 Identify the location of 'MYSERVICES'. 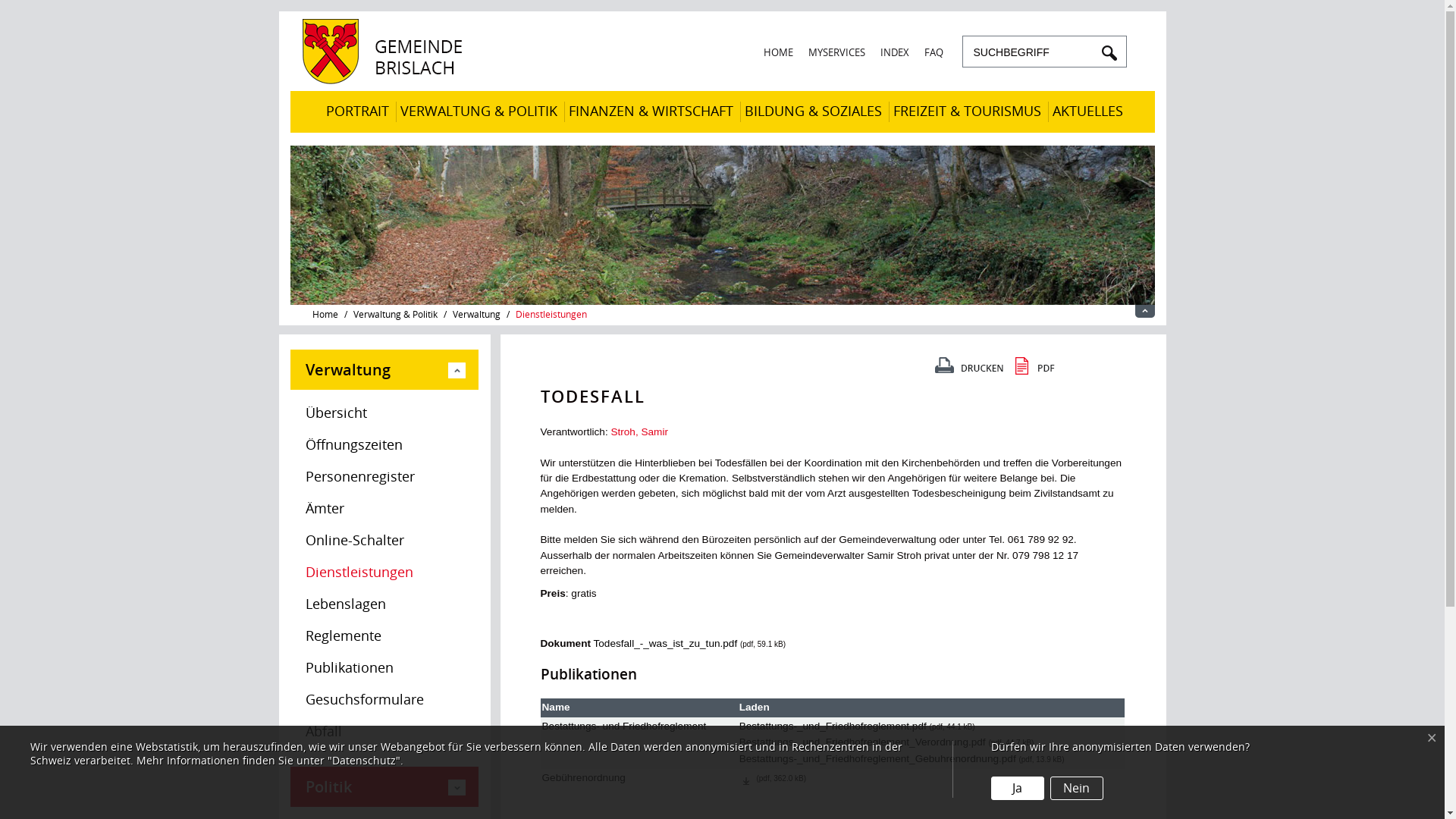
(836, 52).